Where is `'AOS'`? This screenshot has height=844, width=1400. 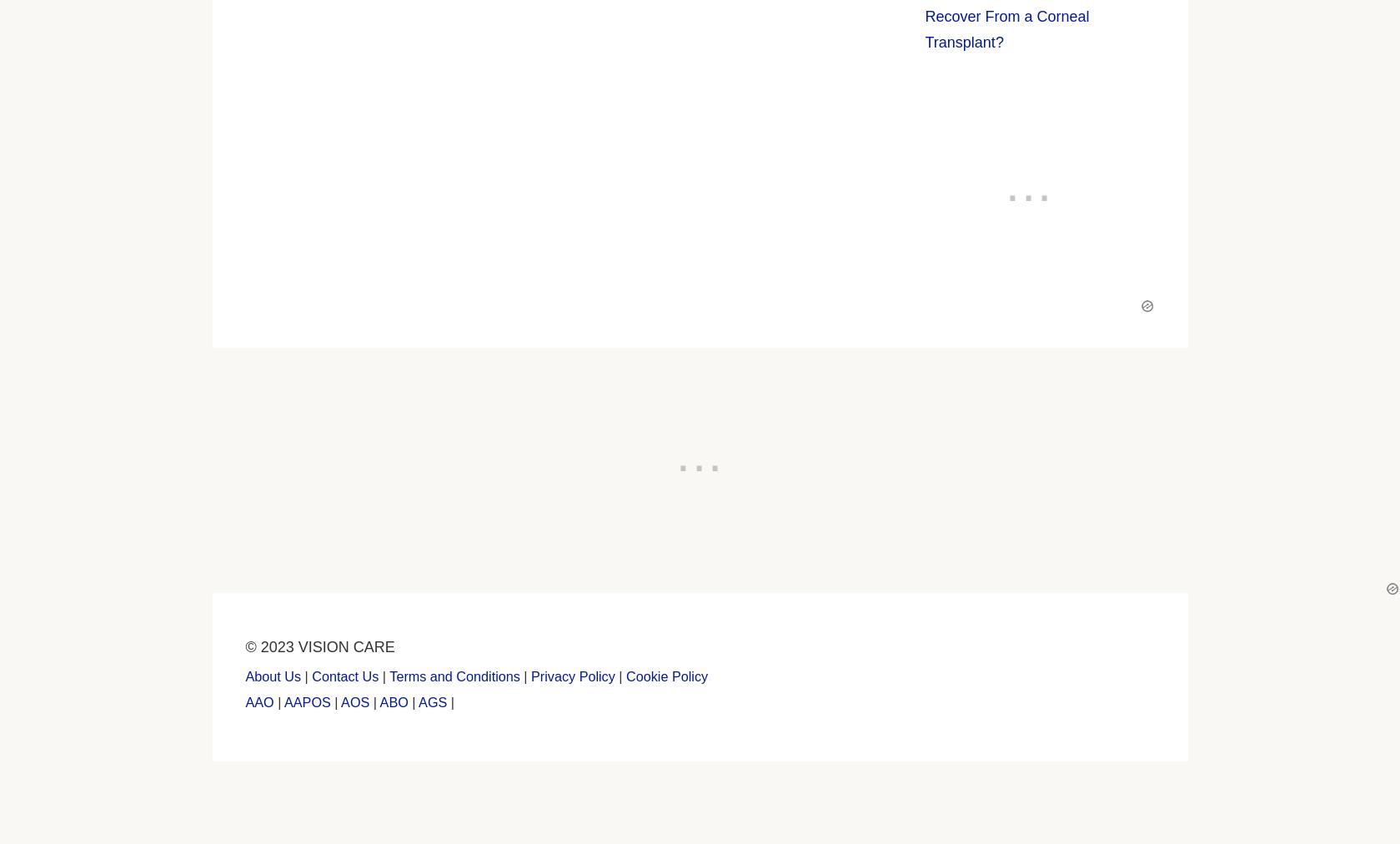
'AOS' is located at coordinates (354, 701).